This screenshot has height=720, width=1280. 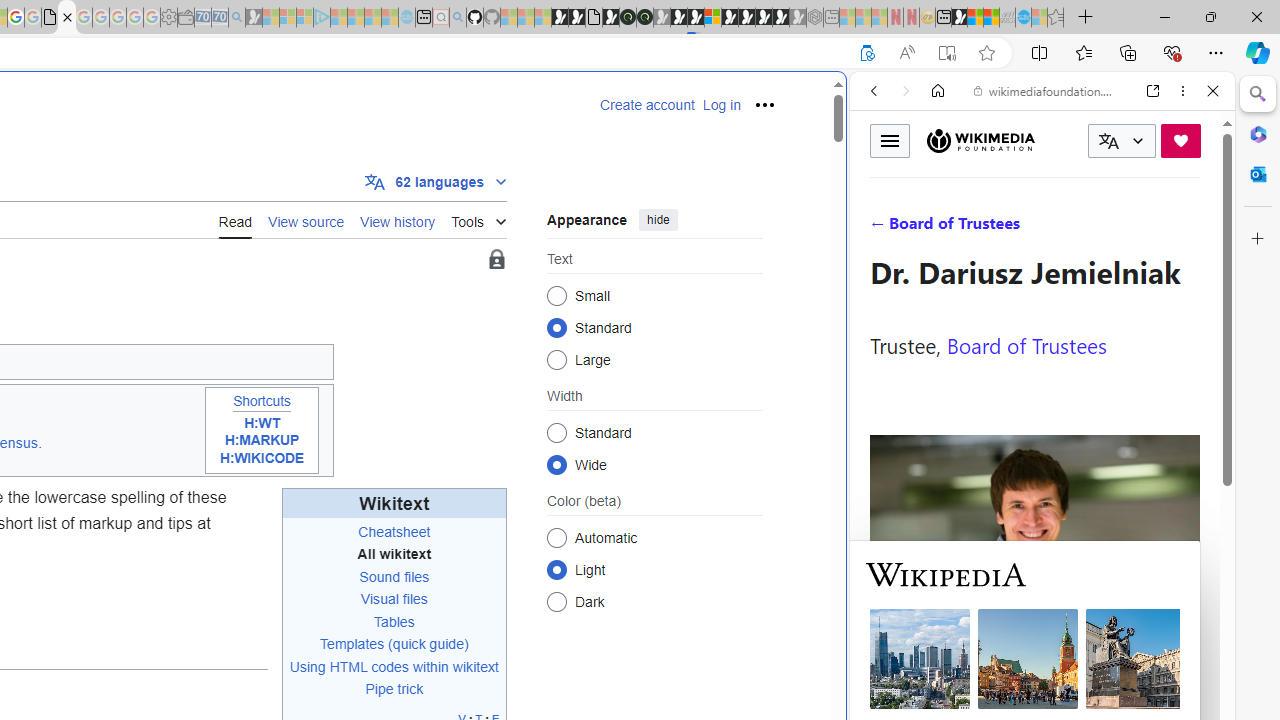 What do you see at coordinates (67, 17) in the screenshot?
I see `'Help:Wikitext - Wikipedia'` at bounding box center [67, 17].